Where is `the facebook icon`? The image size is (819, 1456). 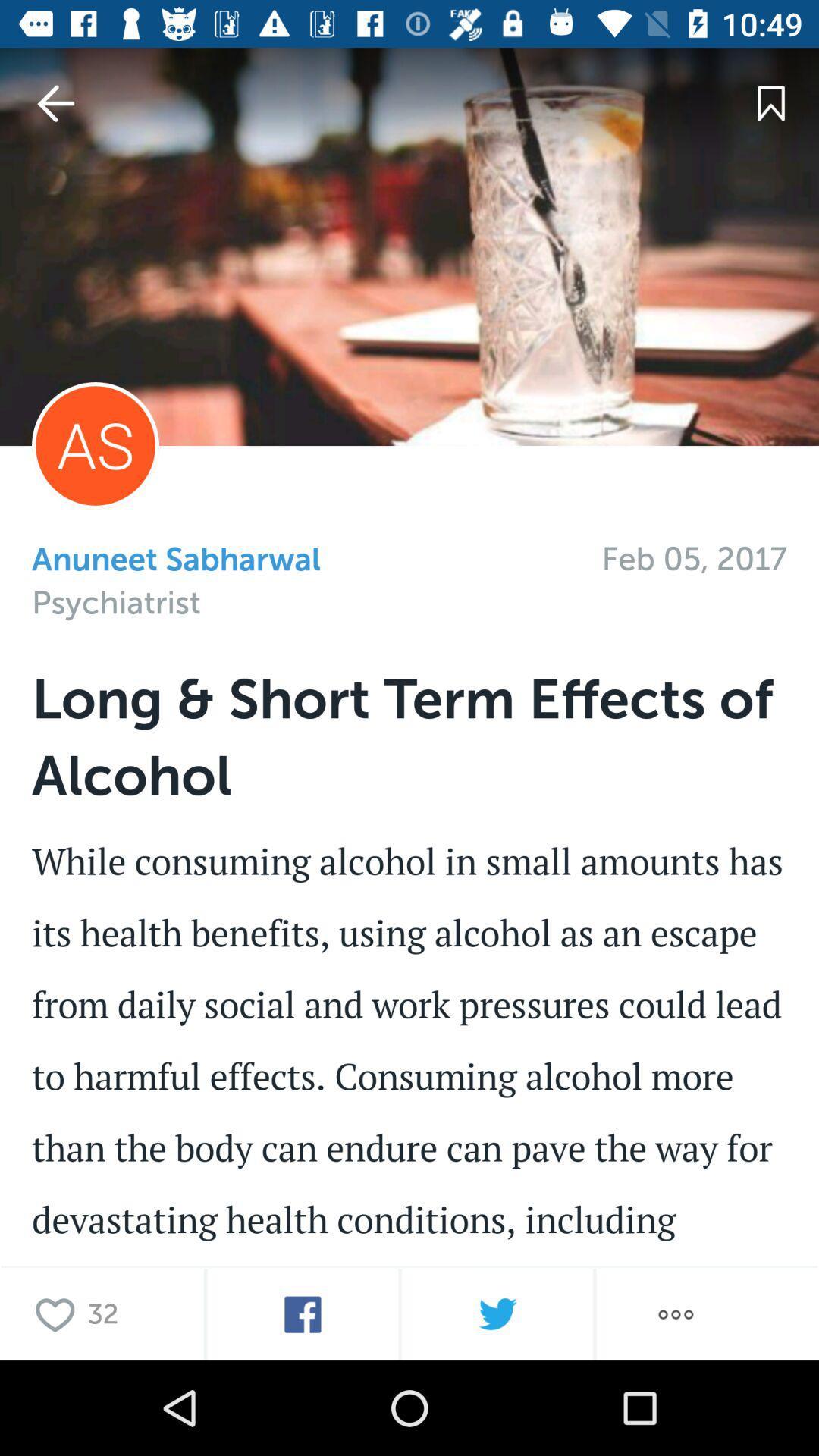
the facebook icon is located at coordinates (303, 1313).